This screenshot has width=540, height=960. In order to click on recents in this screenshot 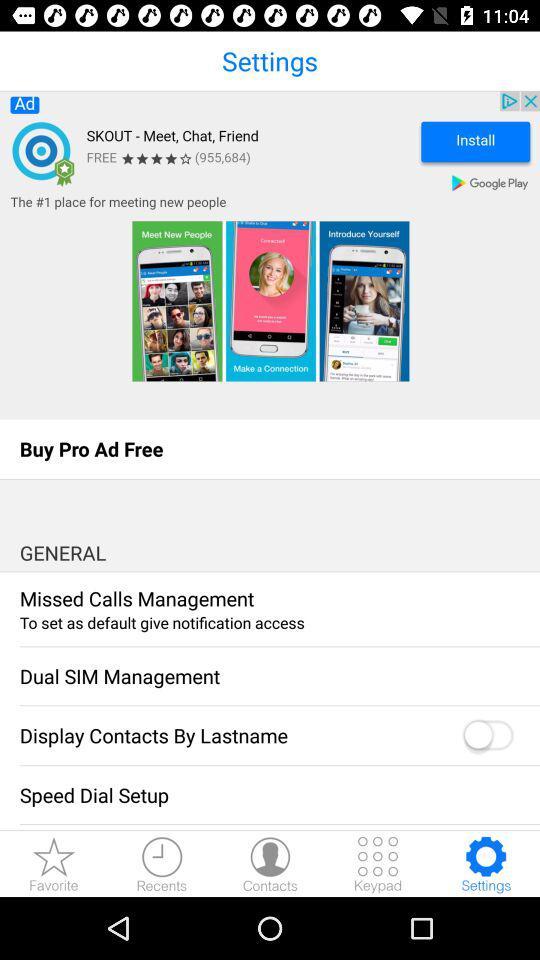, I will do `click(161, 863)`.